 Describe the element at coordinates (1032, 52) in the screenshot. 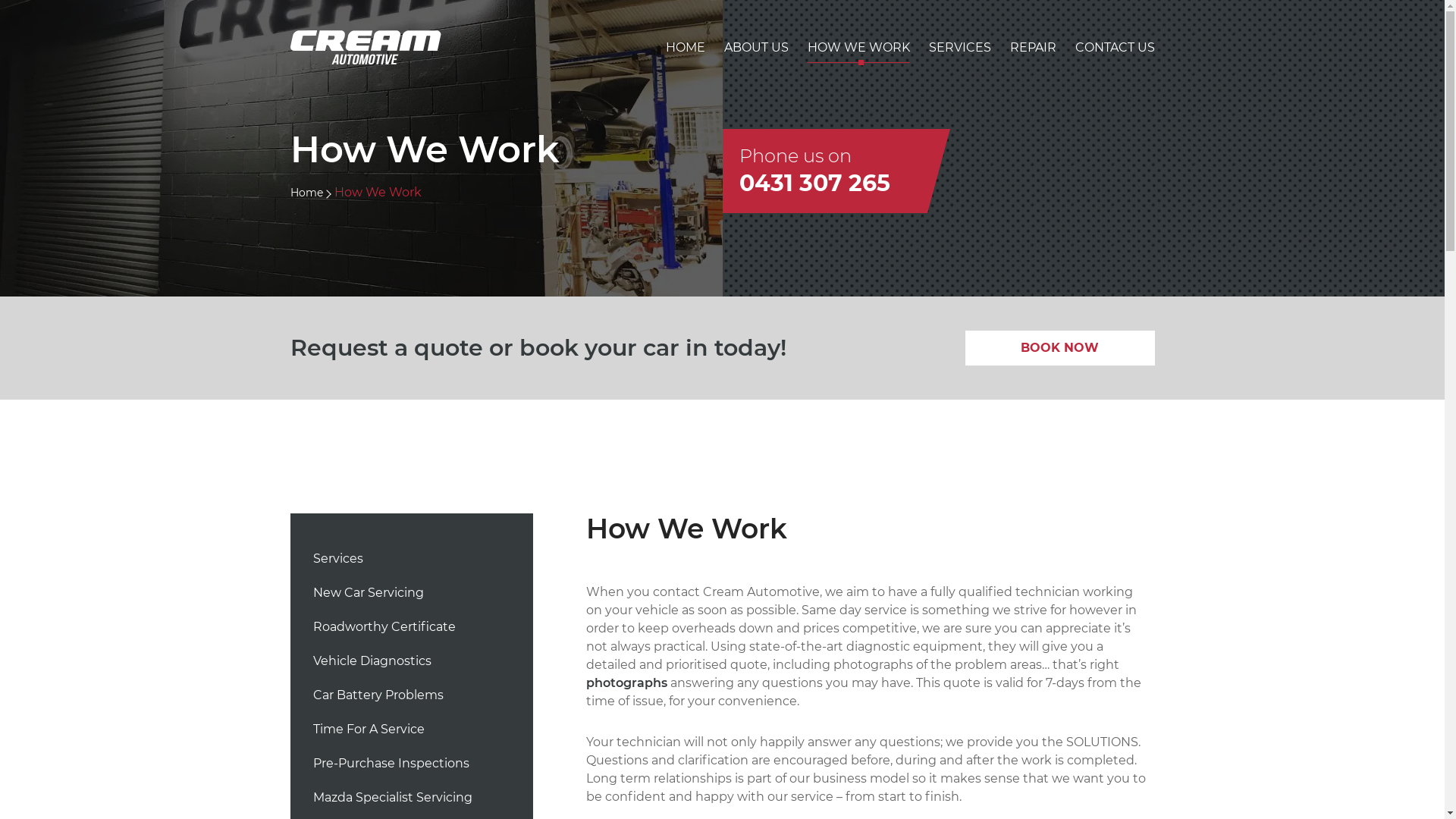

I see `'REPAIR'` at that location.